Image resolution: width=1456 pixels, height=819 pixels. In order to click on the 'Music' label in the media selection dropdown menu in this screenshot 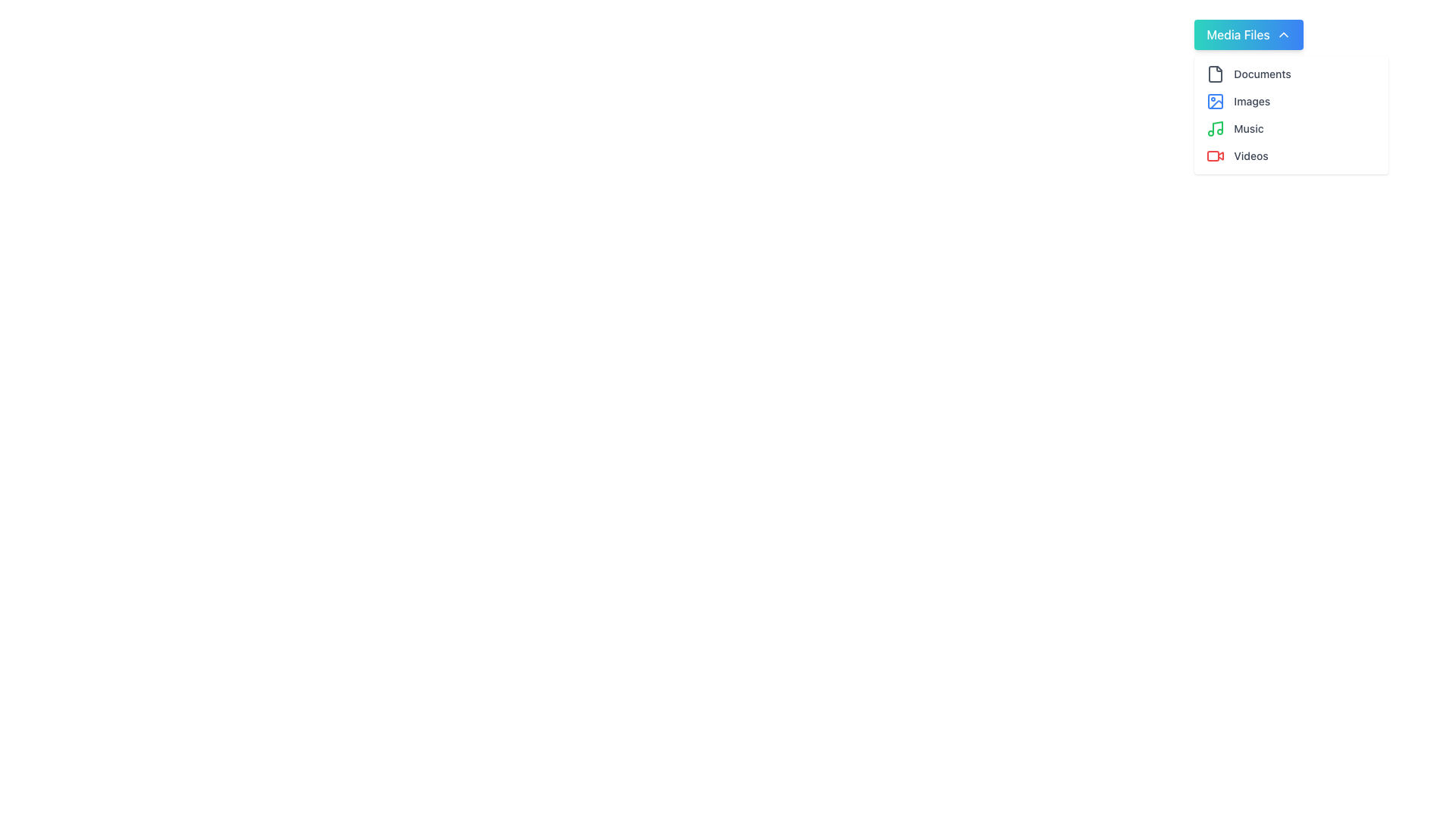, I will do `click(1248, 127)`.